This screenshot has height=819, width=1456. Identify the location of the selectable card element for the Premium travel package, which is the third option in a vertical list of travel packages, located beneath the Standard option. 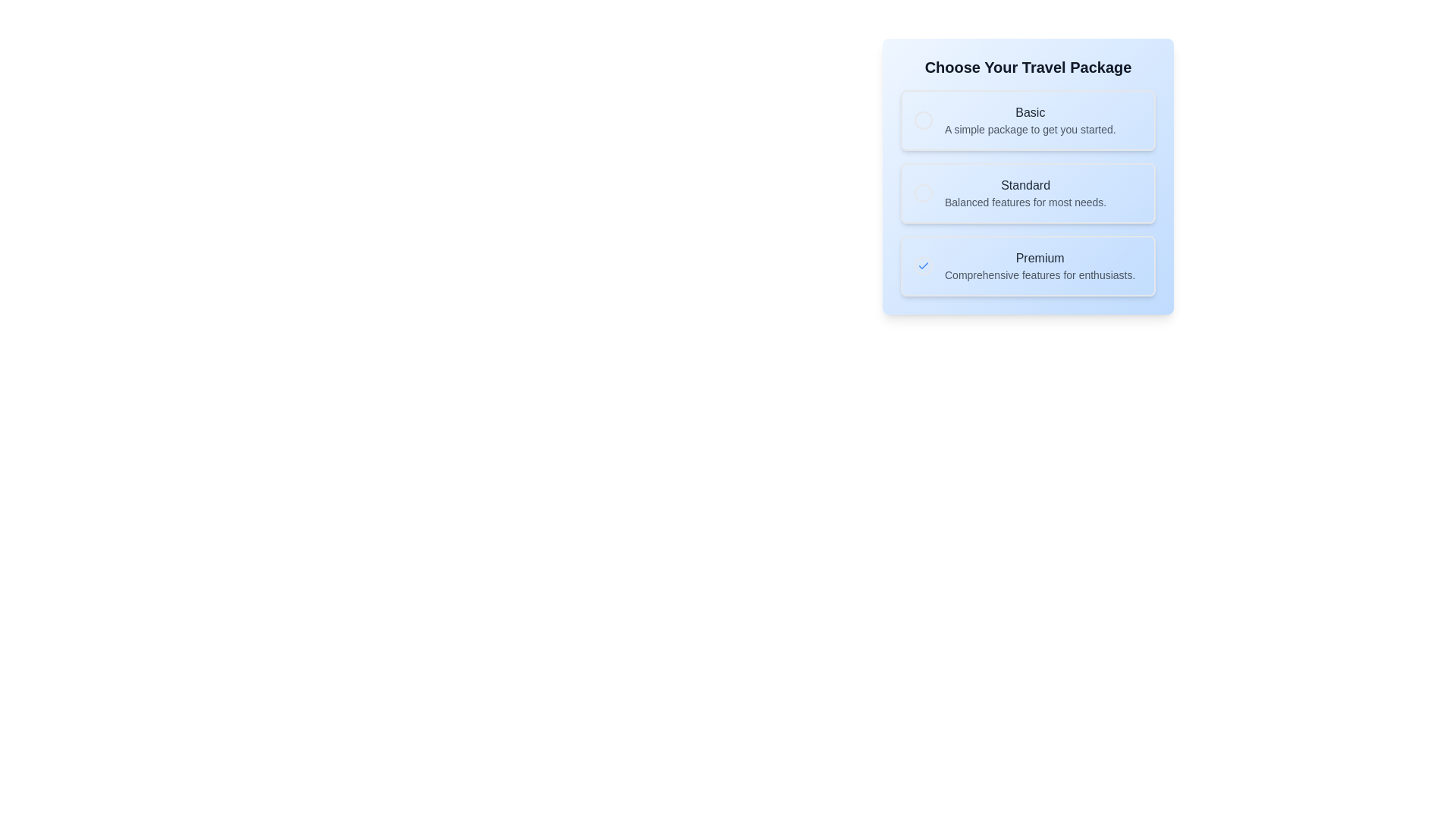
(1028, 265).